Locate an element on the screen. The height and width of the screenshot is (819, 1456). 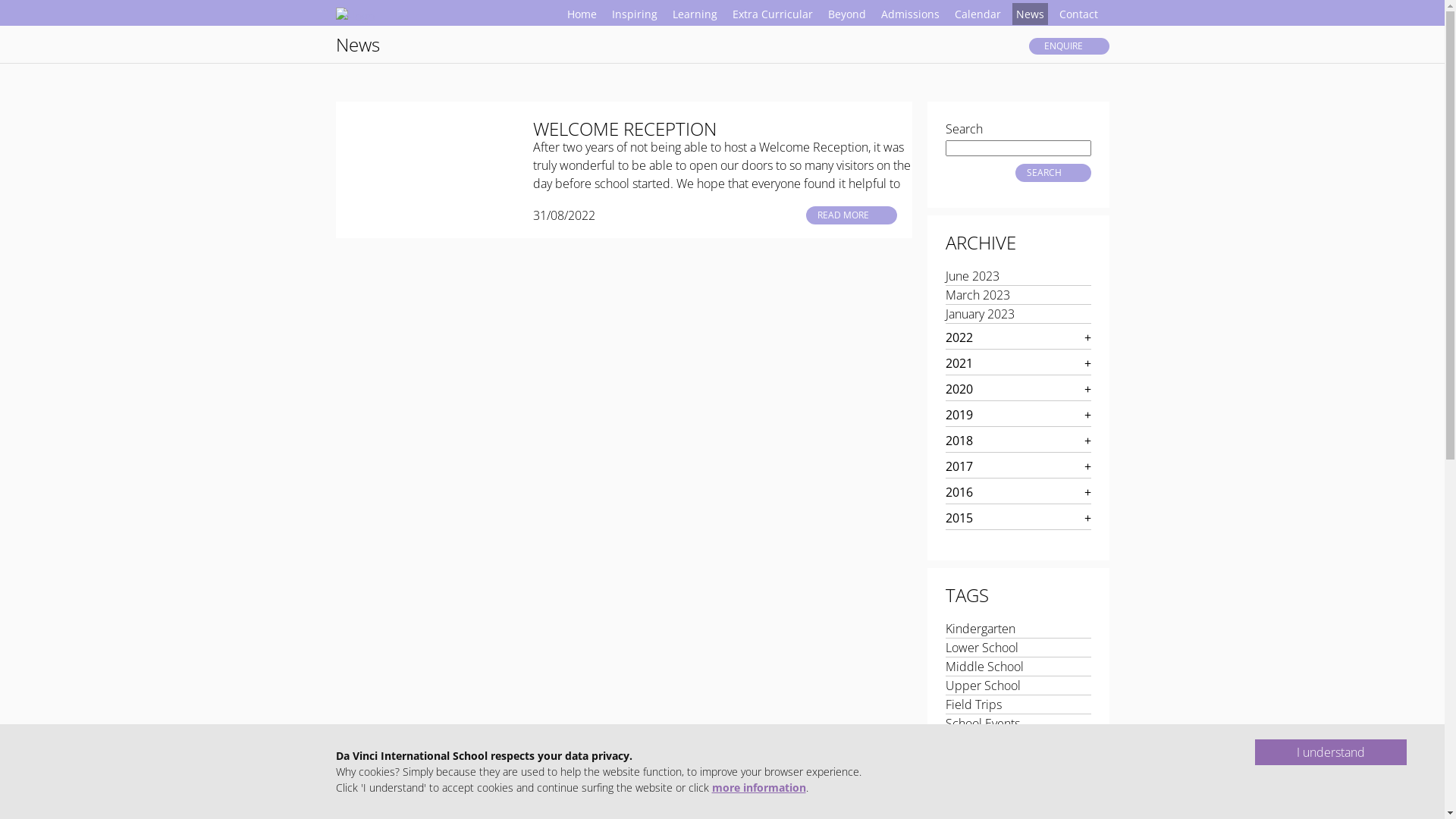
'Beyond' is located at coordinates (846, 14).